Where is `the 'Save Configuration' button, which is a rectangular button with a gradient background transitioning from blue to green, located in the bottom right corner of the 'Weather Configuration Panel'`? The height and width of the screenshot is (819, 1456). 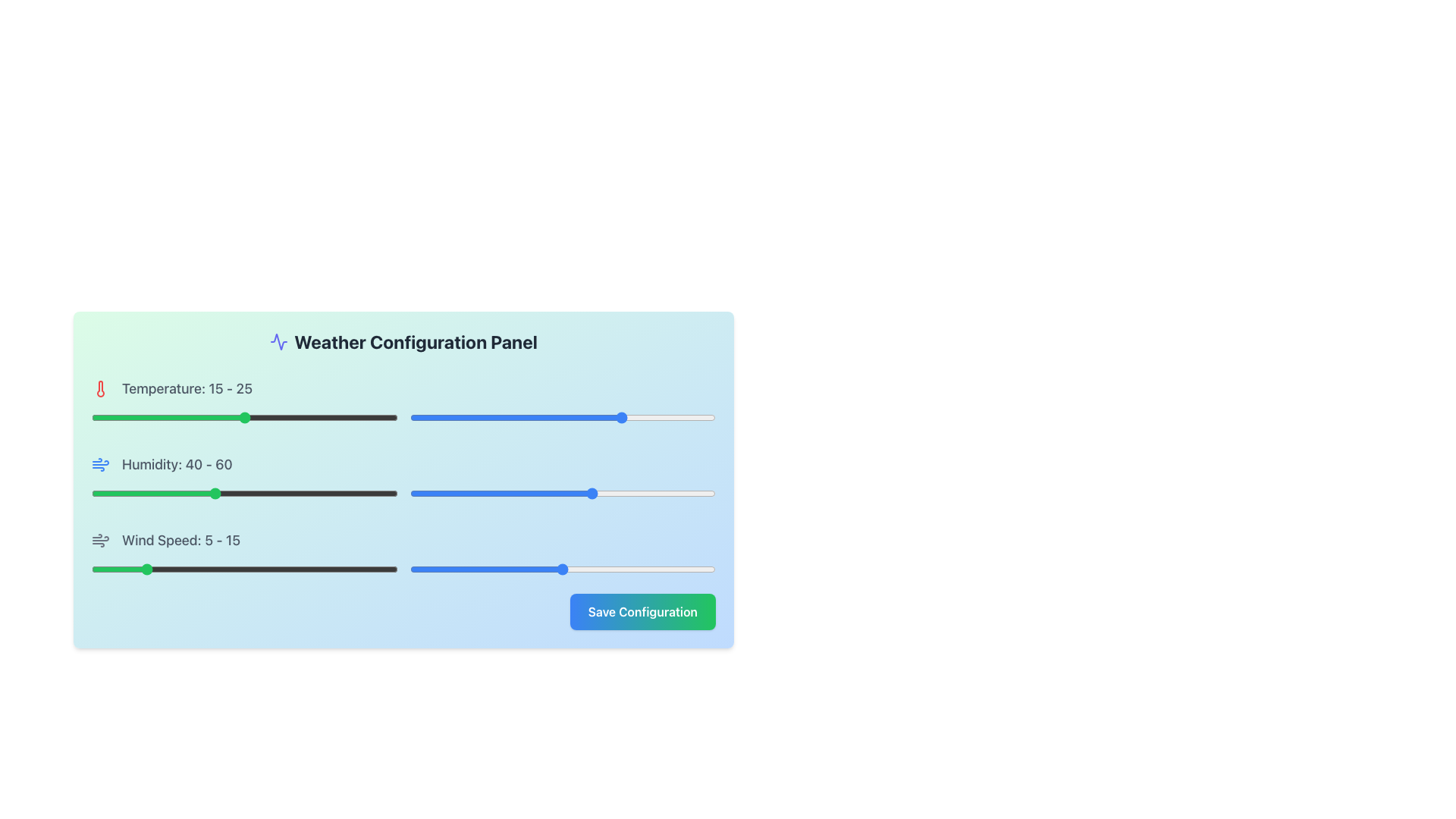 the 'Save Configuration' button, which is a rectangular button with a gradient background transitioning from blue to green, located in the bottom right corner of the 'Weather Configuration Panel' is located at coordinates (642, 610).